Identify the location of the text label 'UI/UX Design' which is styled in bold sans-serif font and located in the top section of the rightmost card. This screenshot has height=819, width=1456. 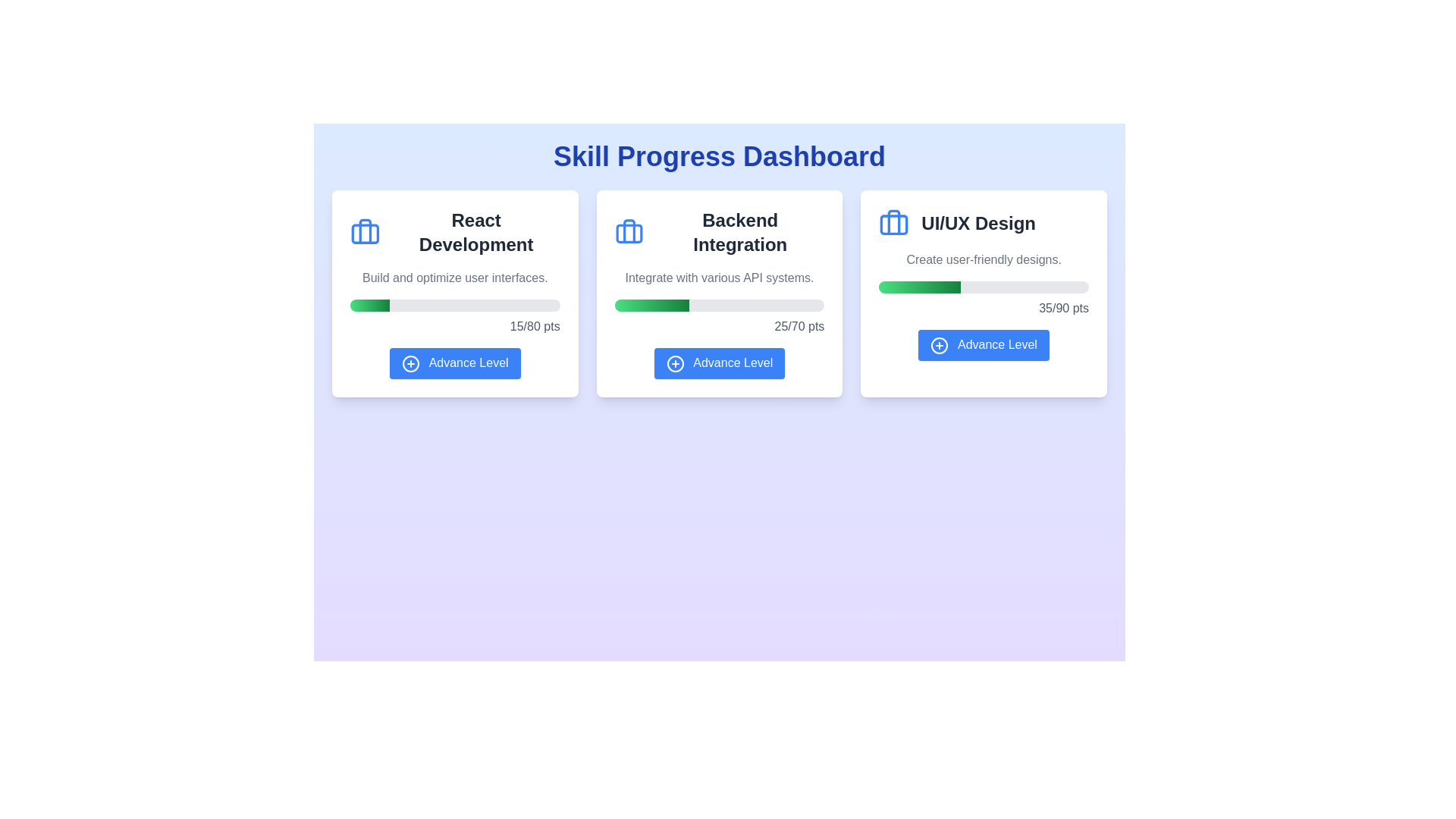
(978, 223).